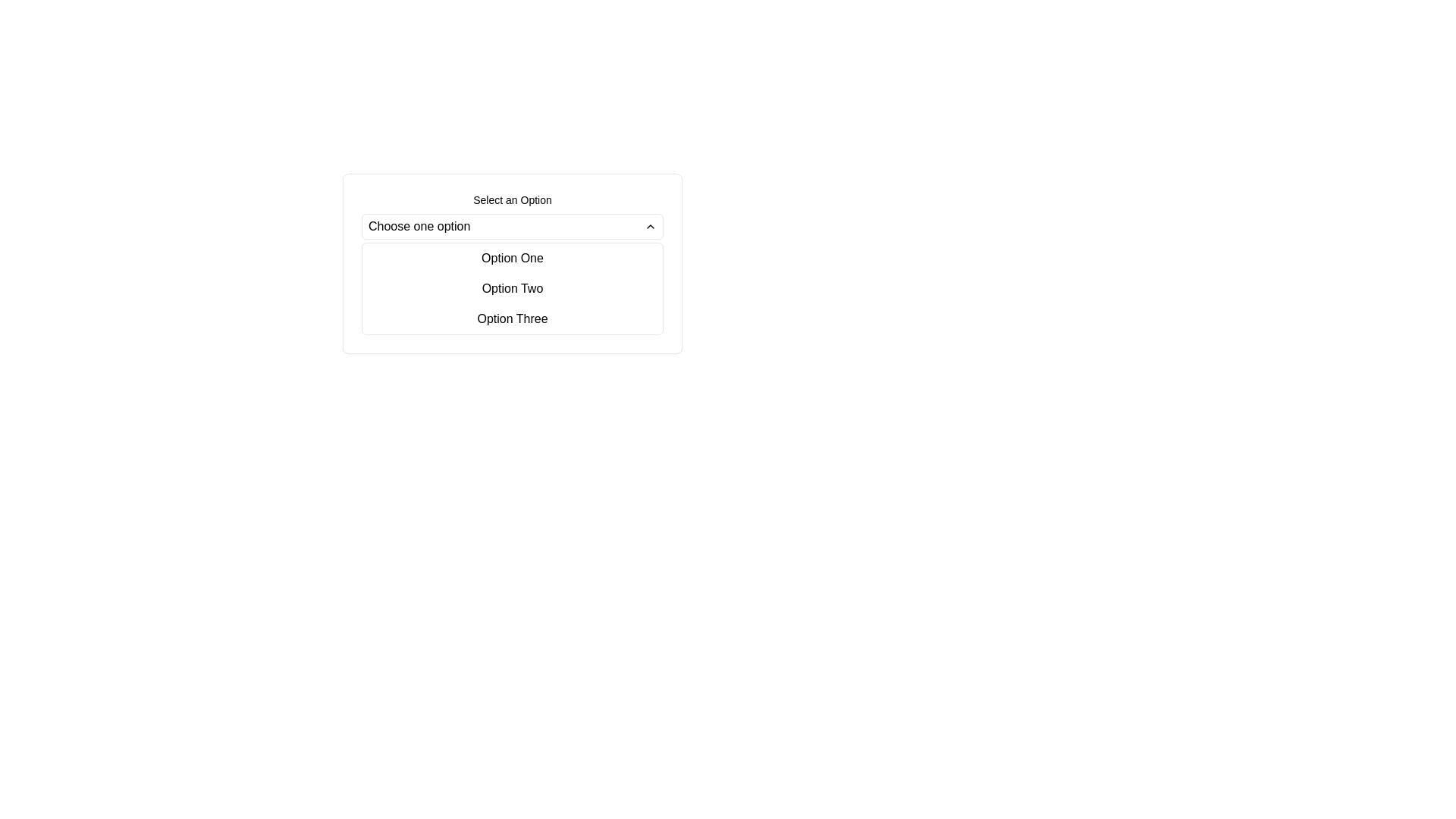 Image resolution: width=1456 pixels, height=819 pixels. What do you see at coordinates (513, 289) in the screenshot?
I see `one of the options in the dropdown menu labeled 'Option One', 'Option Two', or 'Option Three'` at bounding box center [513, 289].